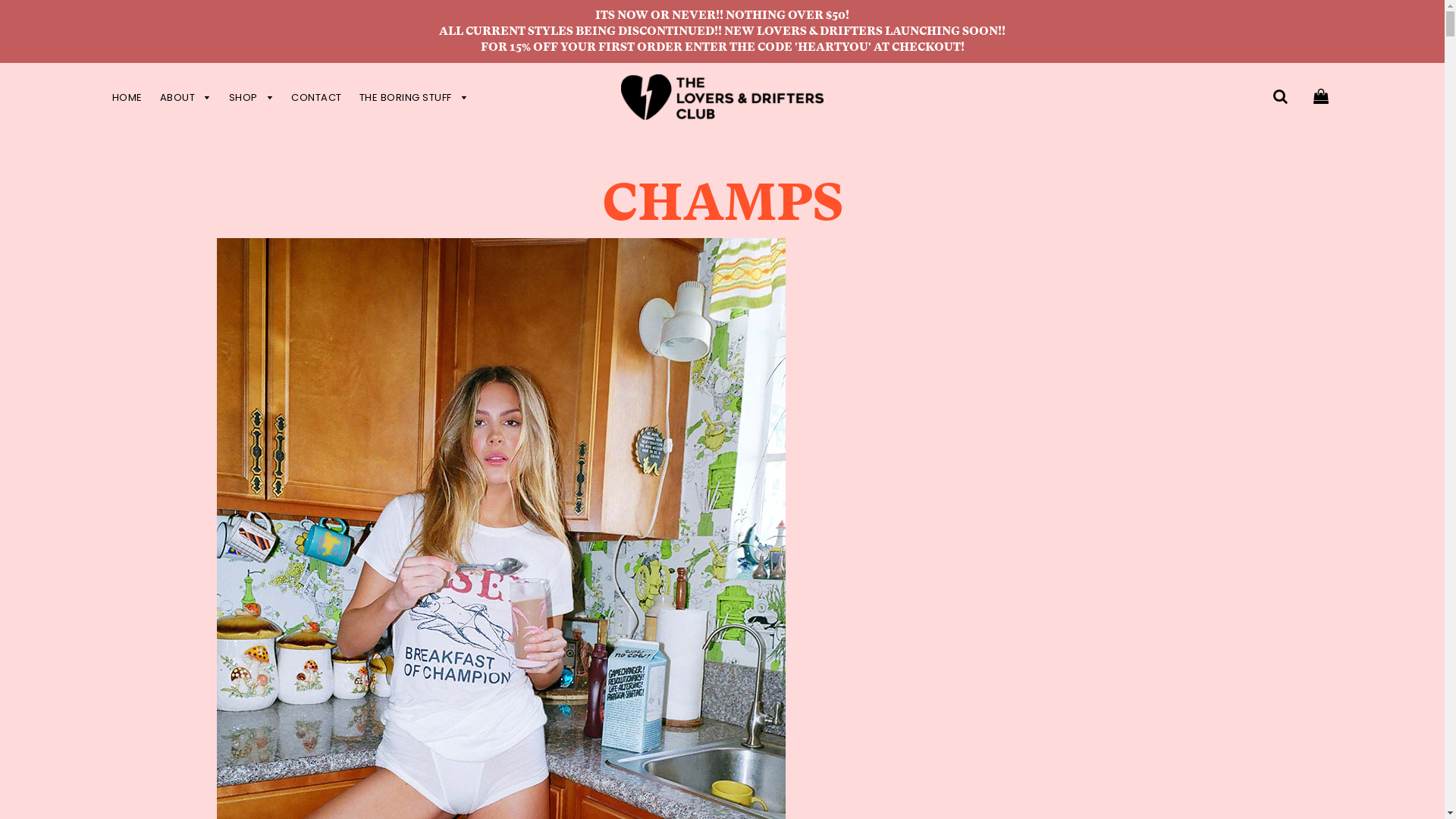  Describe the element at coordinates (251, 97) in the screenshot. I see `'SHOP'` at that location.